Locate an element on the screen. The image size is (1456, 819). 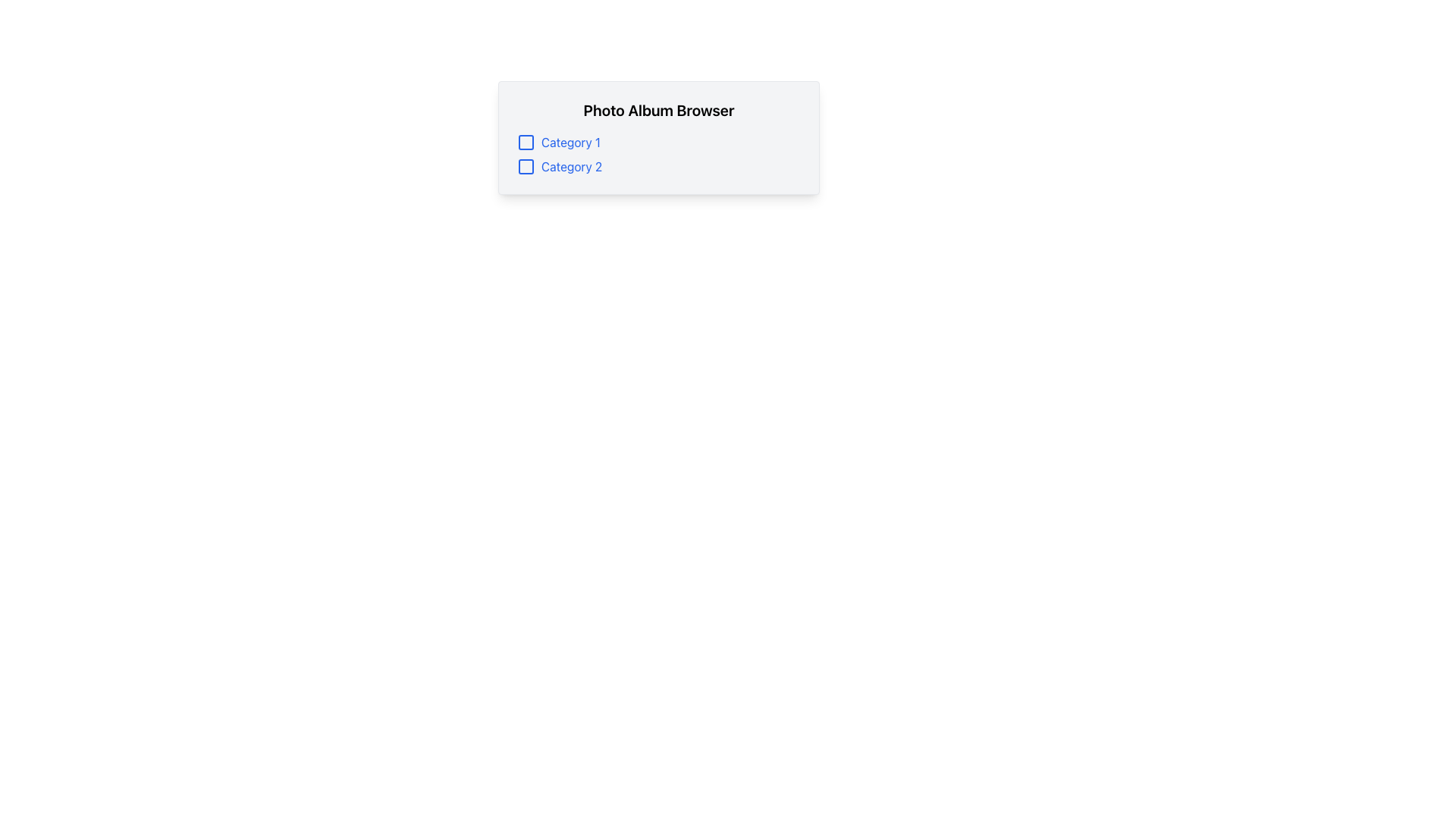
the static text header that serves as the title for the section listing categories or options related to photo albums is located at coordinates (658, 110).